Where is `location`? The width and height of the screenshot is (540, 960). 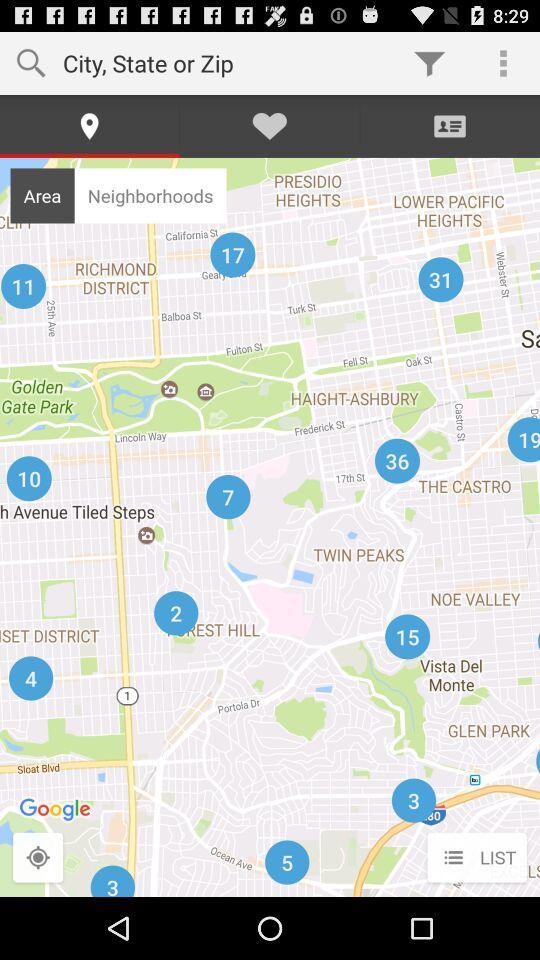
location is located at coordinates (38, 857).